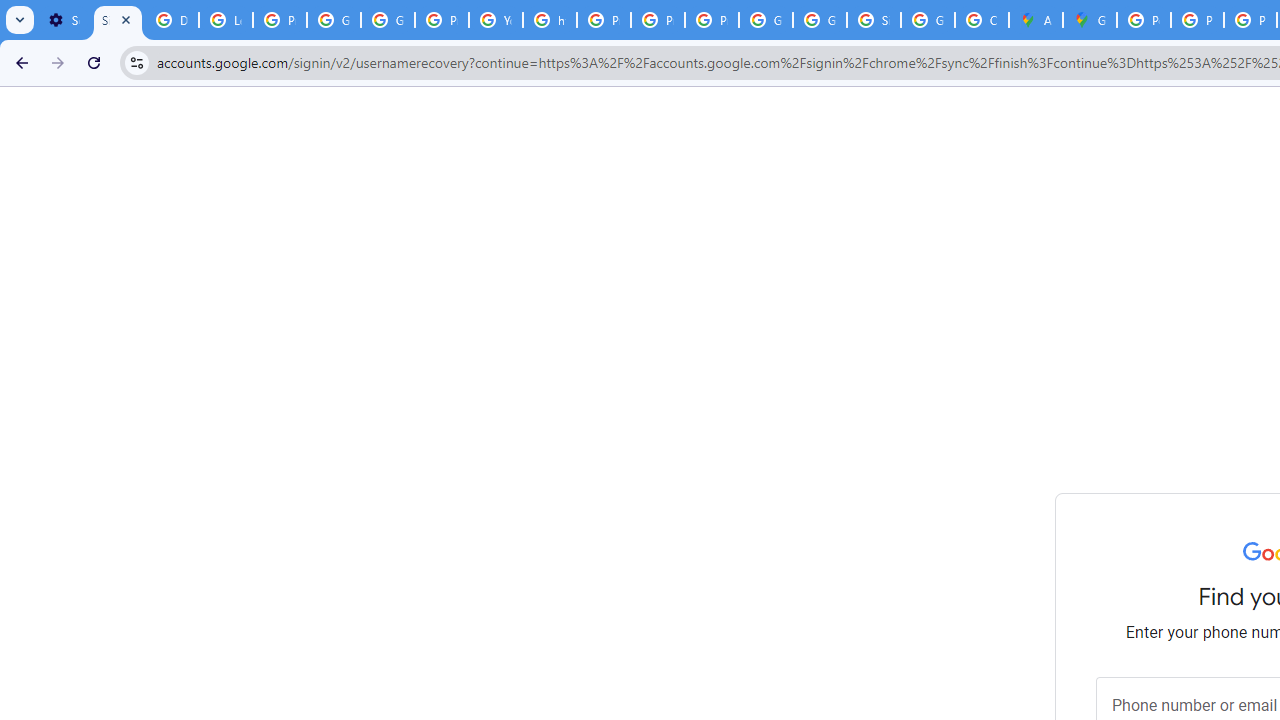  I want to click on 'Reload', so click(93, 61).